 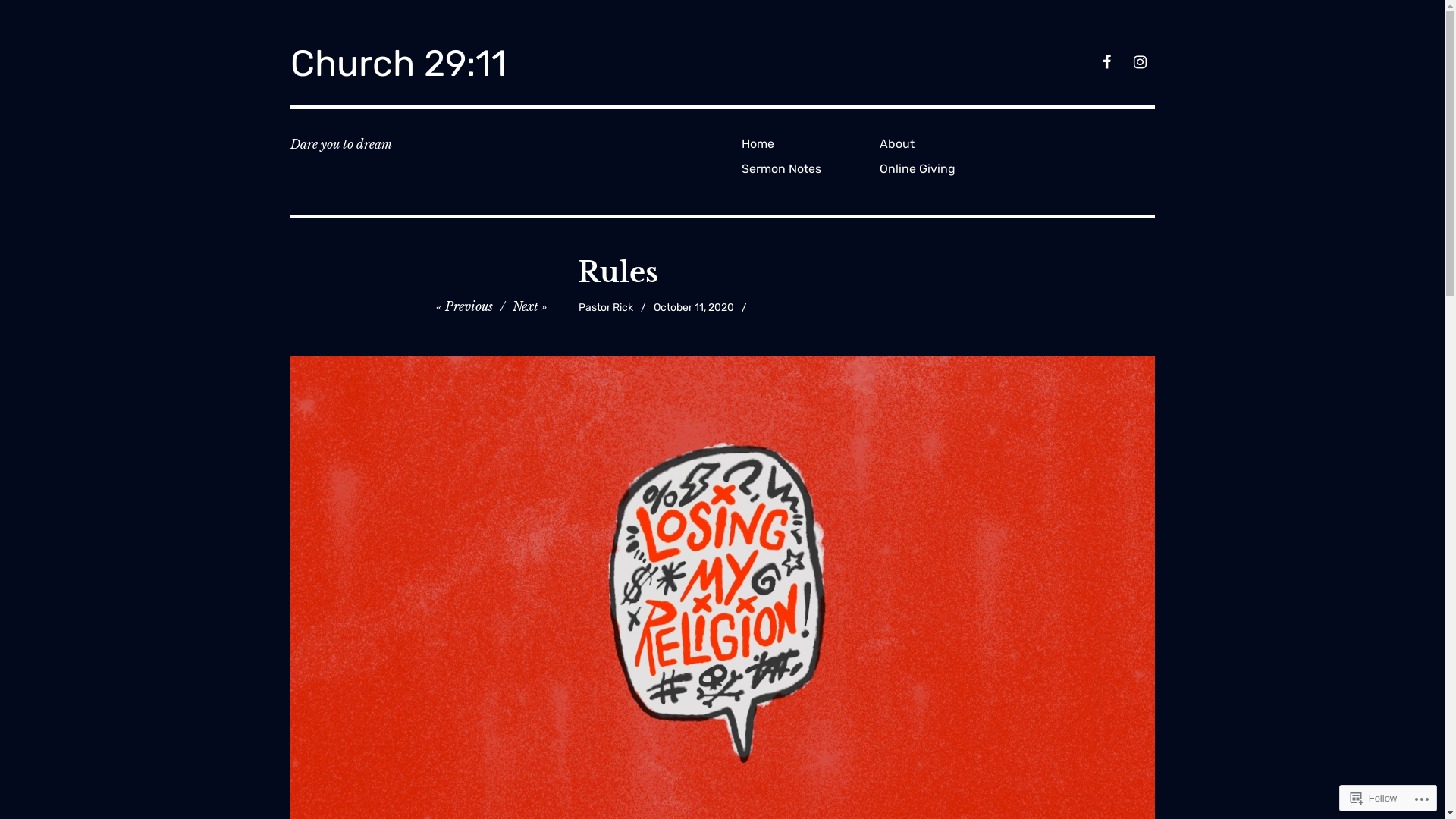 What do you see at coordinates (693, 307) in the screenshot?
I see `'October 11, 2020'` at bounding box center [693, 307].